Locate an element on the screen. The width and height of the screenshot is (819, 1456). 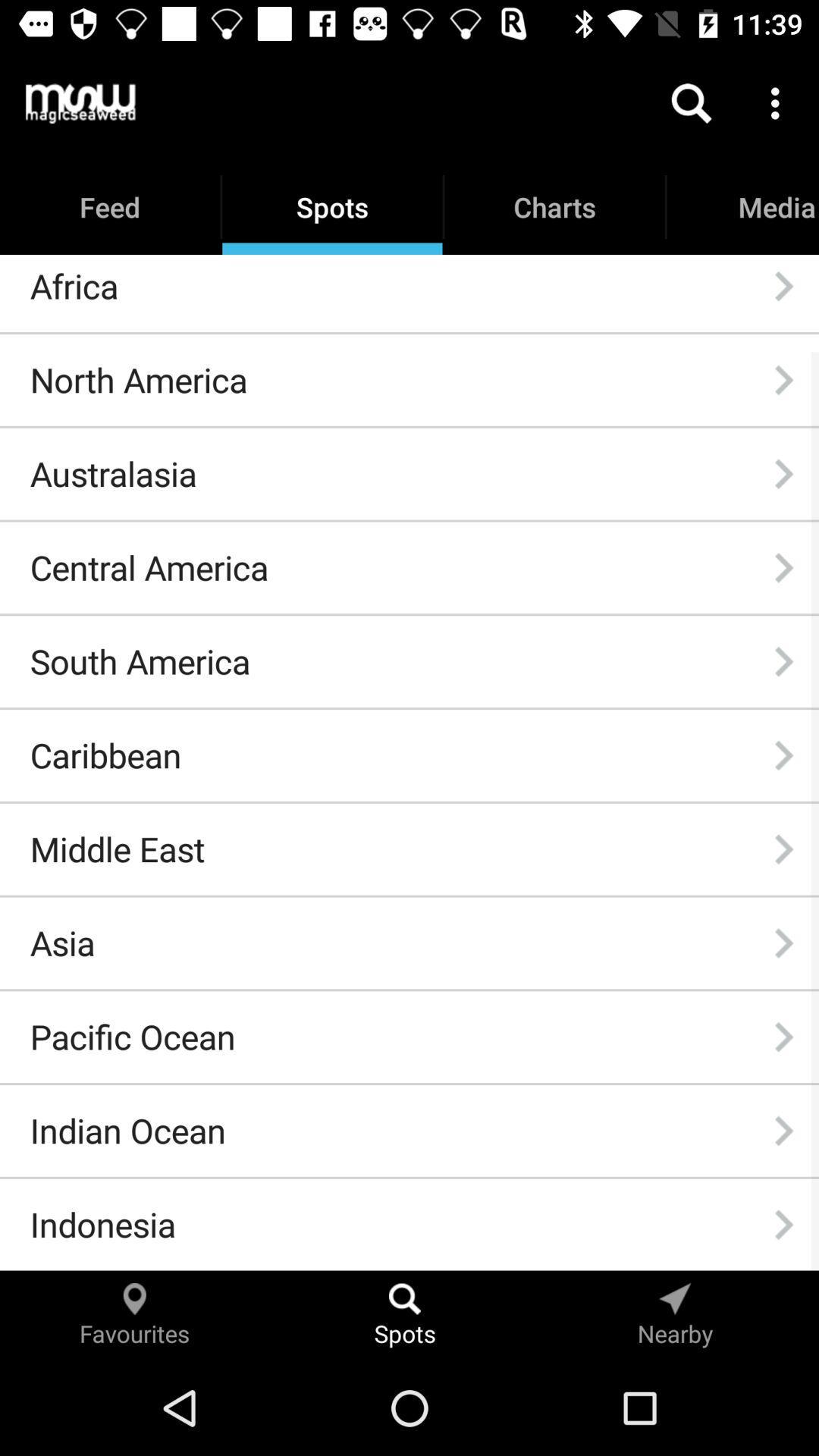
the icon above feed is located at coordinates (80, 102).